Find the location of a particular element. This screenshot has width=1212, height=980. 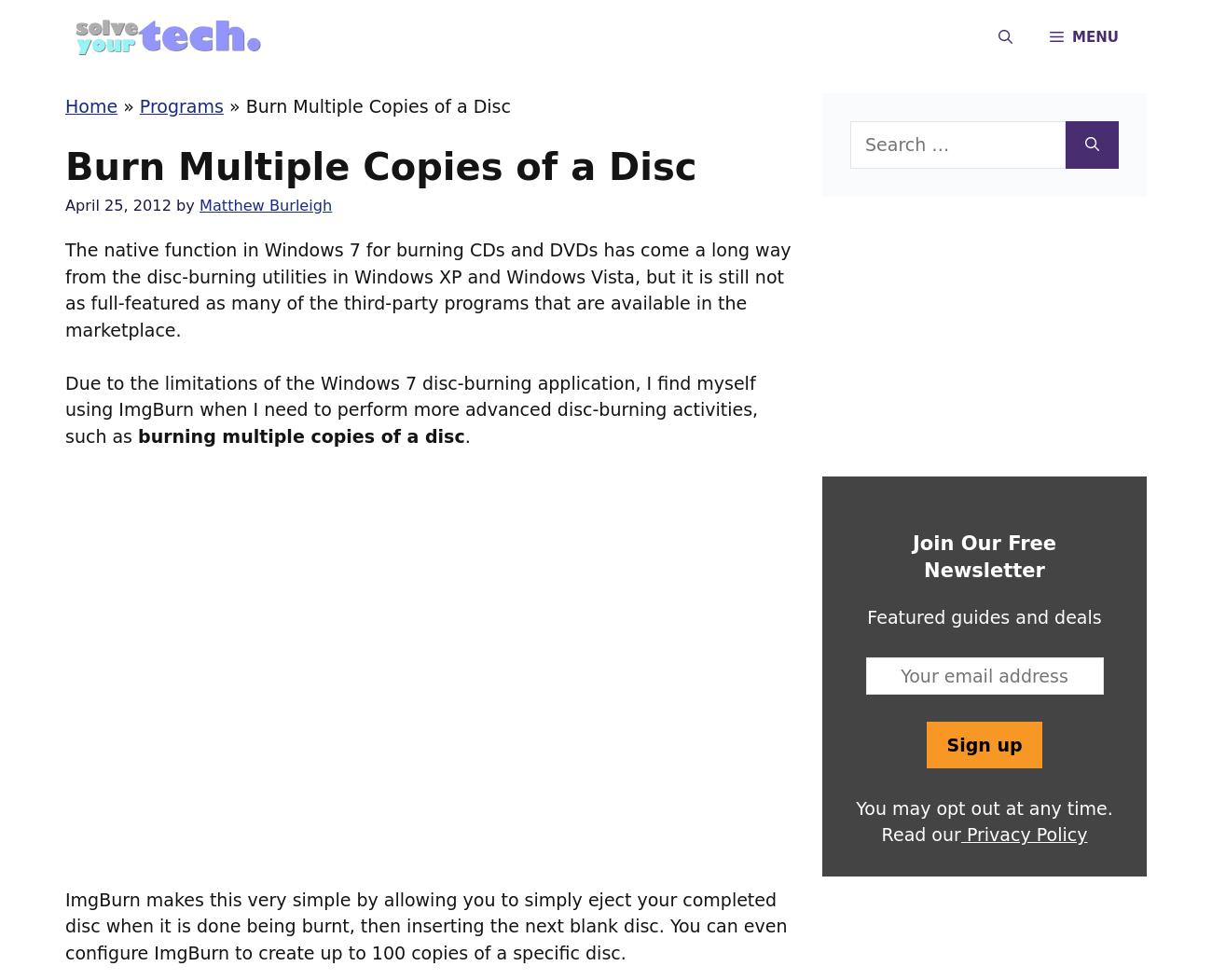

'Menu' is located at coordinates (1095, 37).